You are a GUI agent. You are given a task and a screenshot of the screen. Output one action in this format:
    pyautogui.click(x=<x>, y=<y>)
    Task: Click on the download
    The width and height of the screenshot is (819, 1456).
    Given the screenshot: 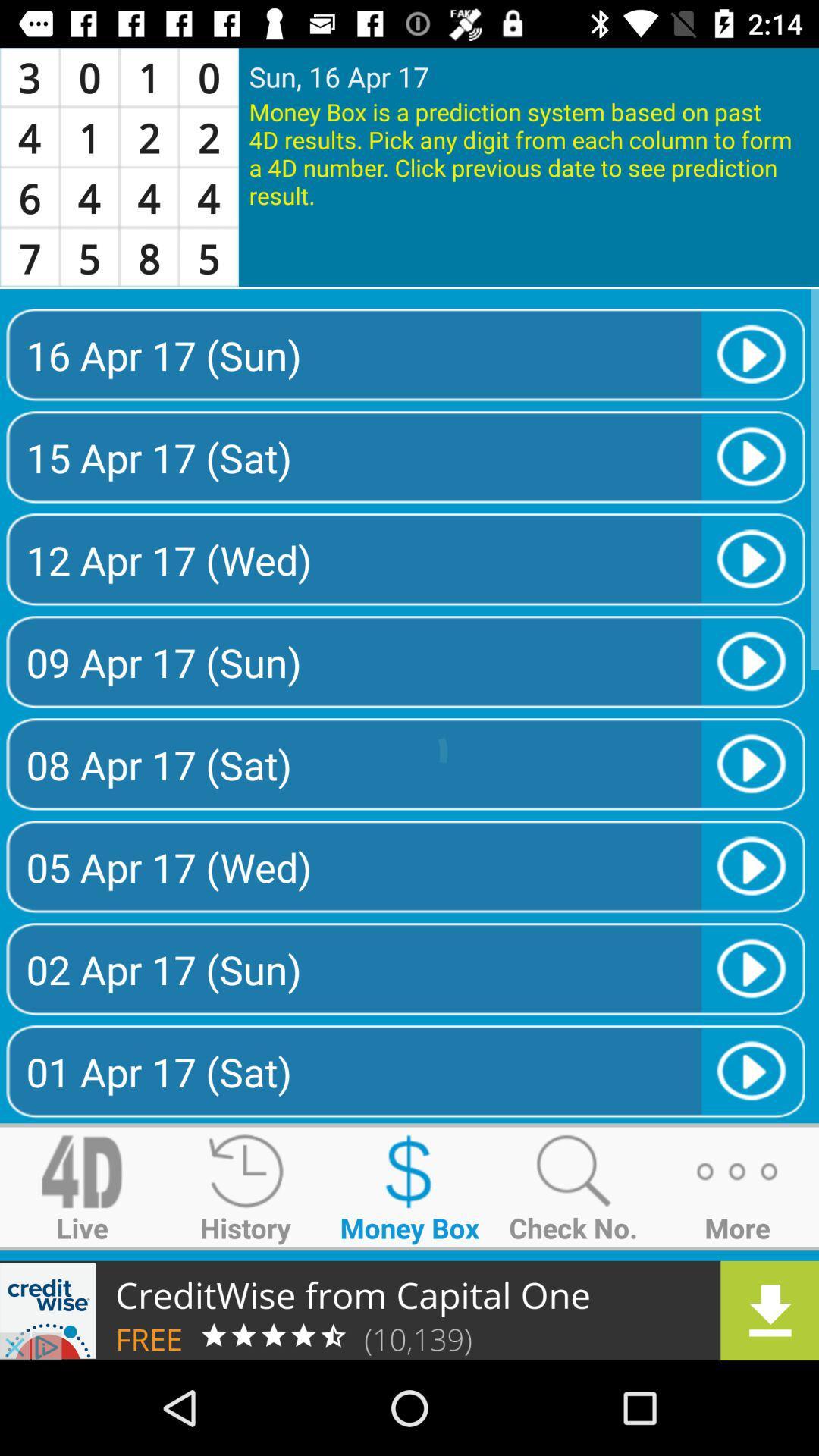 What is the action you would take?
    pyautogui.click(x=409, y=1310)
    